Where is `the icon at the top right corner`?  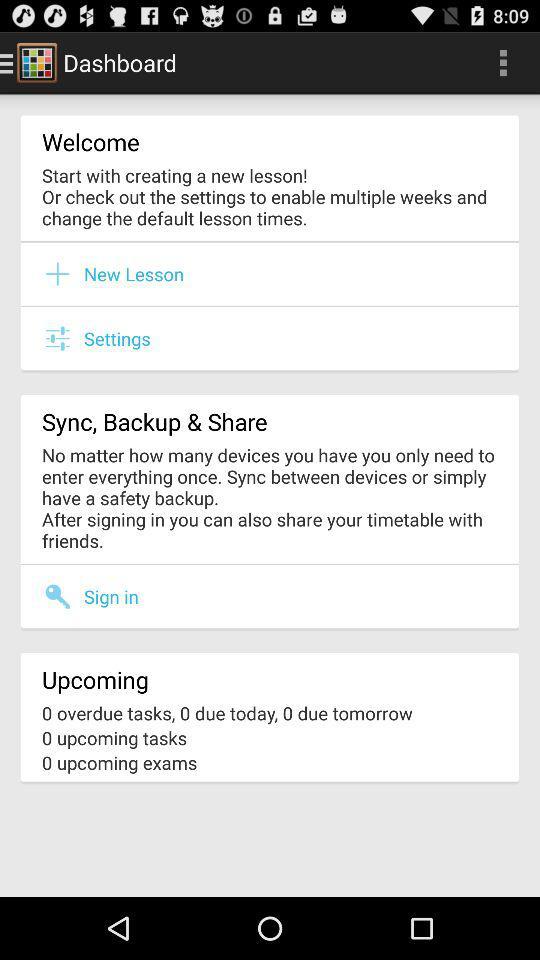
the icon at the top right corner is located at coordinates (502, 62).